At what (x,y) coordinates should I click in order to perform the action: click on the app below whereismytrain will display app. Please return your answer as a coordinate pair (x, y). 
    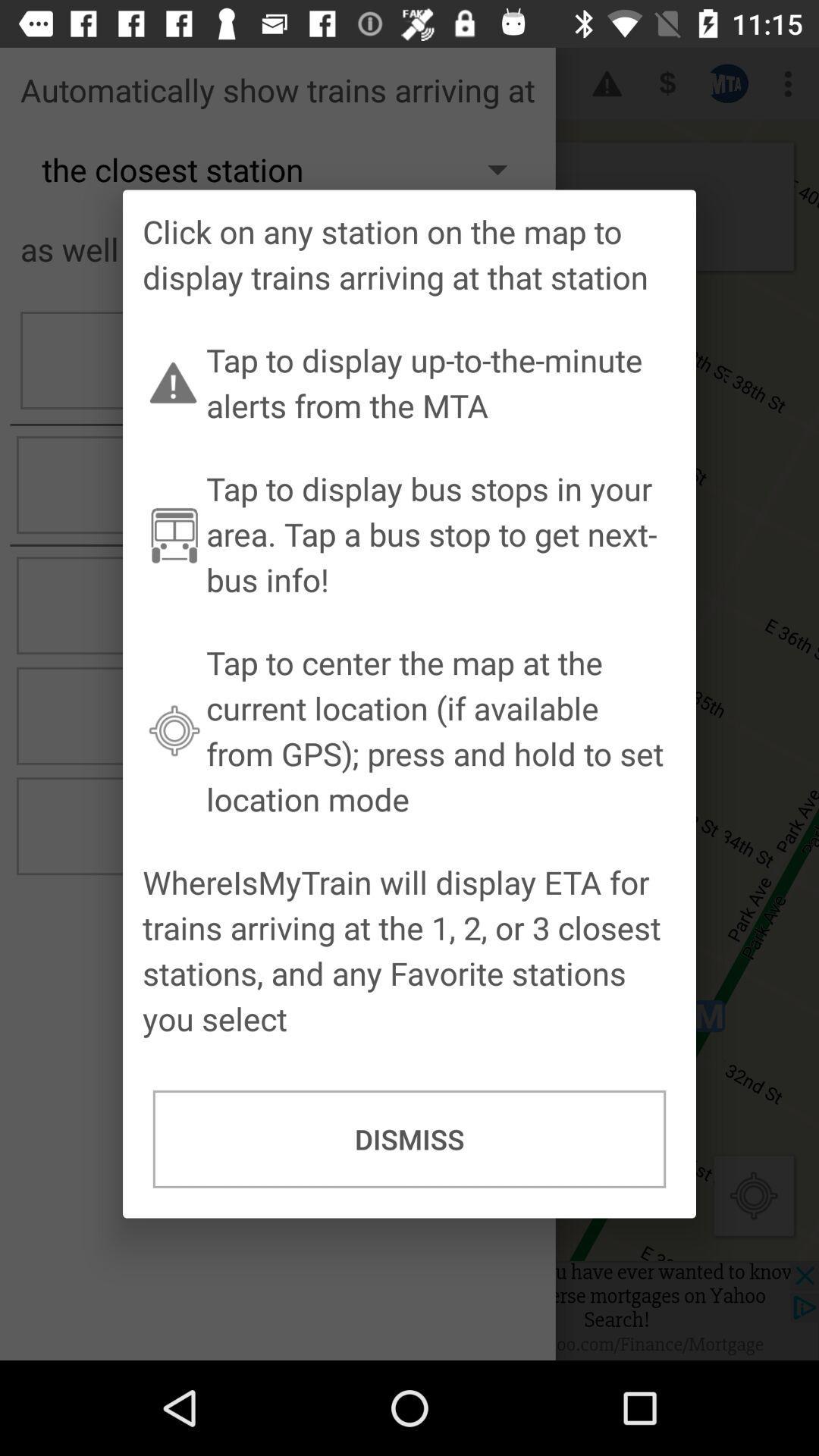
    Looking at the image, I should click on (409, 1139).